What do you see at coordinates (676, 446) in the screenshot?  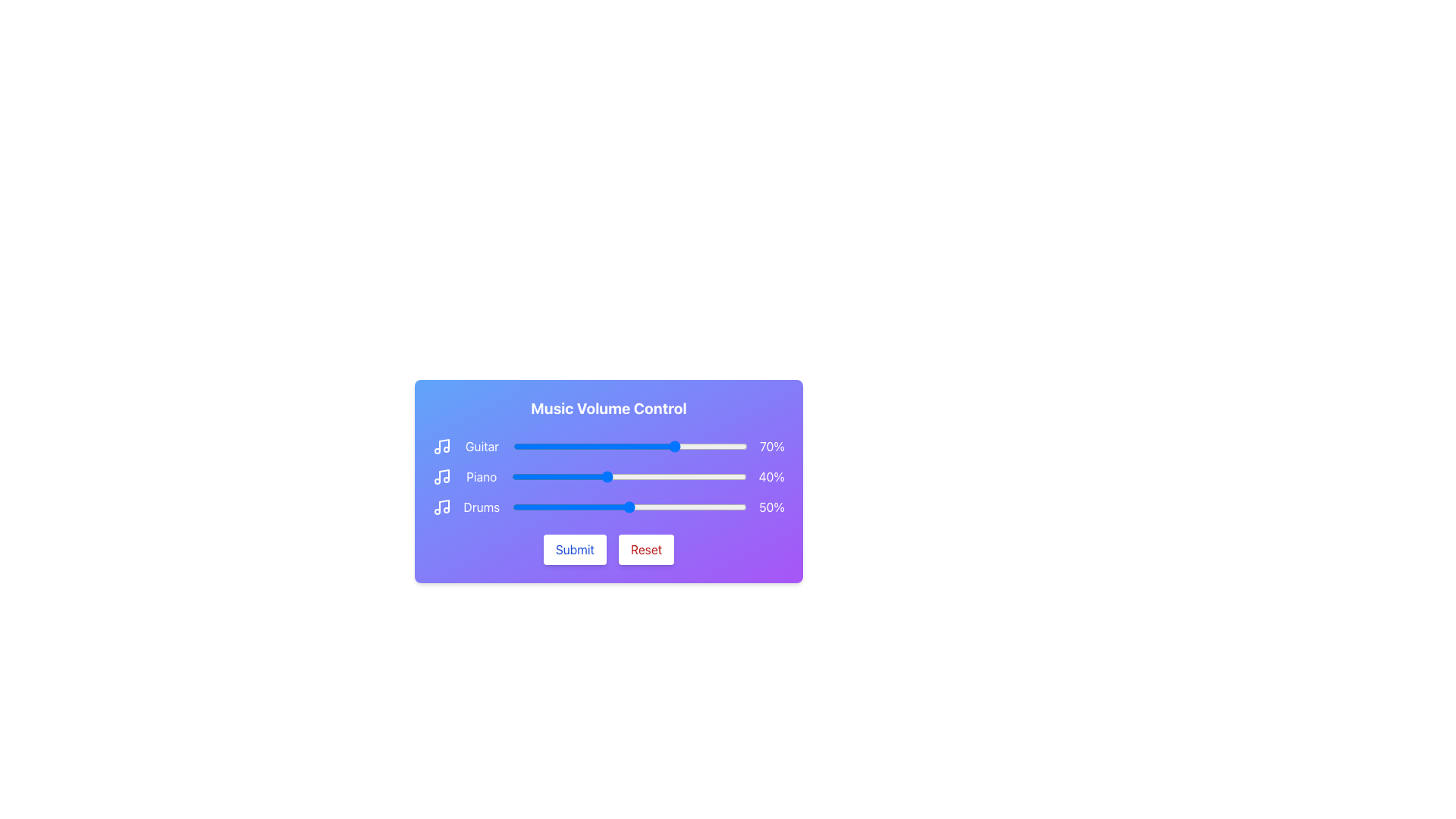 I see `guitar volume` at bounding box center [676, 446].